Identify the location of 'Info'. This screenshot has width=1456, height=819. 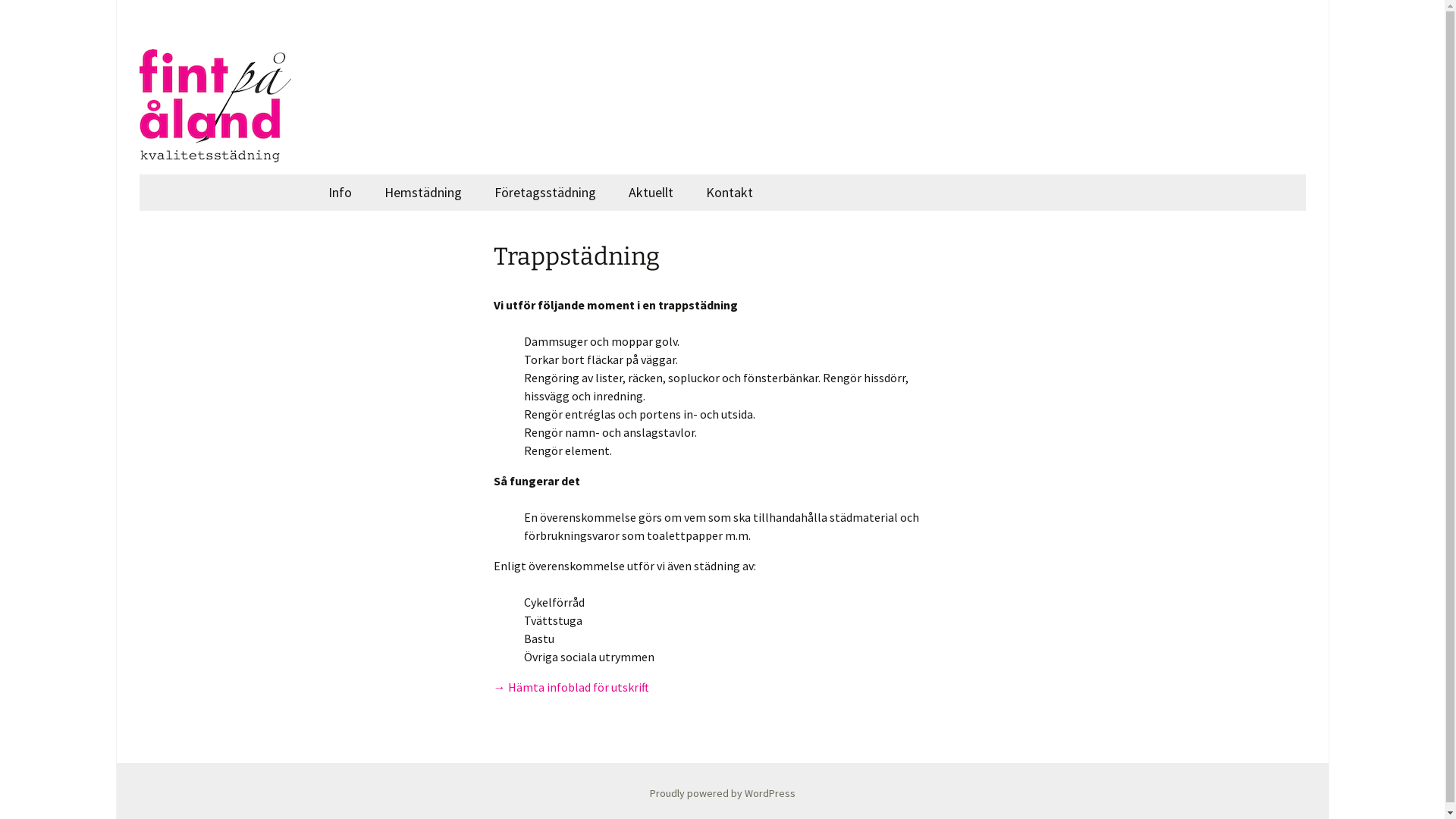
(338, 192).